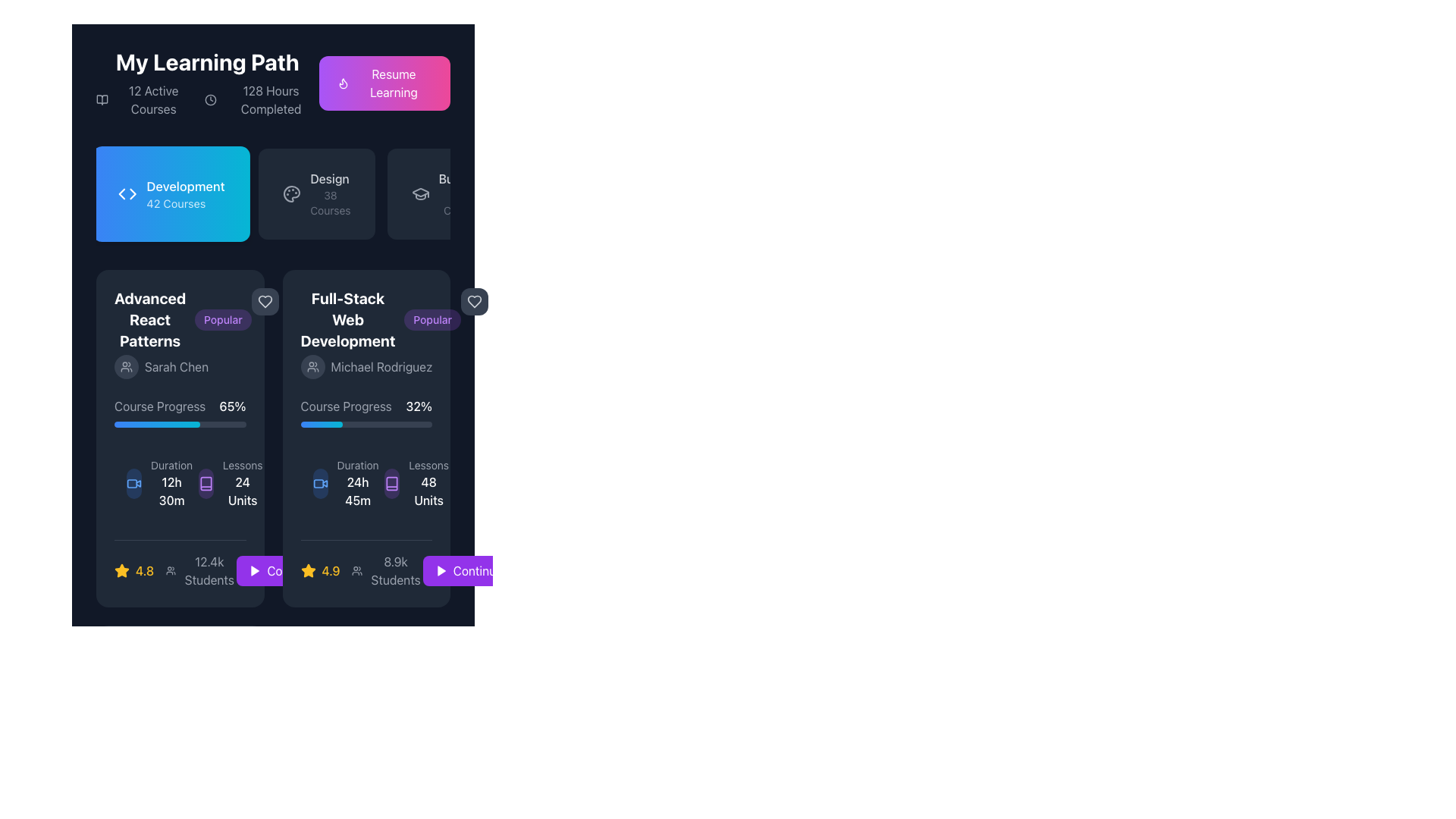 The width and height of the screenshot is (1456, 819). Describe the element at coordinates (366, 406) in the screenshot. I see `the informational label displaying 'Course Progress 32%' located in the second card from the left, which appears below the card title and user name, and above the progress bar indicator` at that location.